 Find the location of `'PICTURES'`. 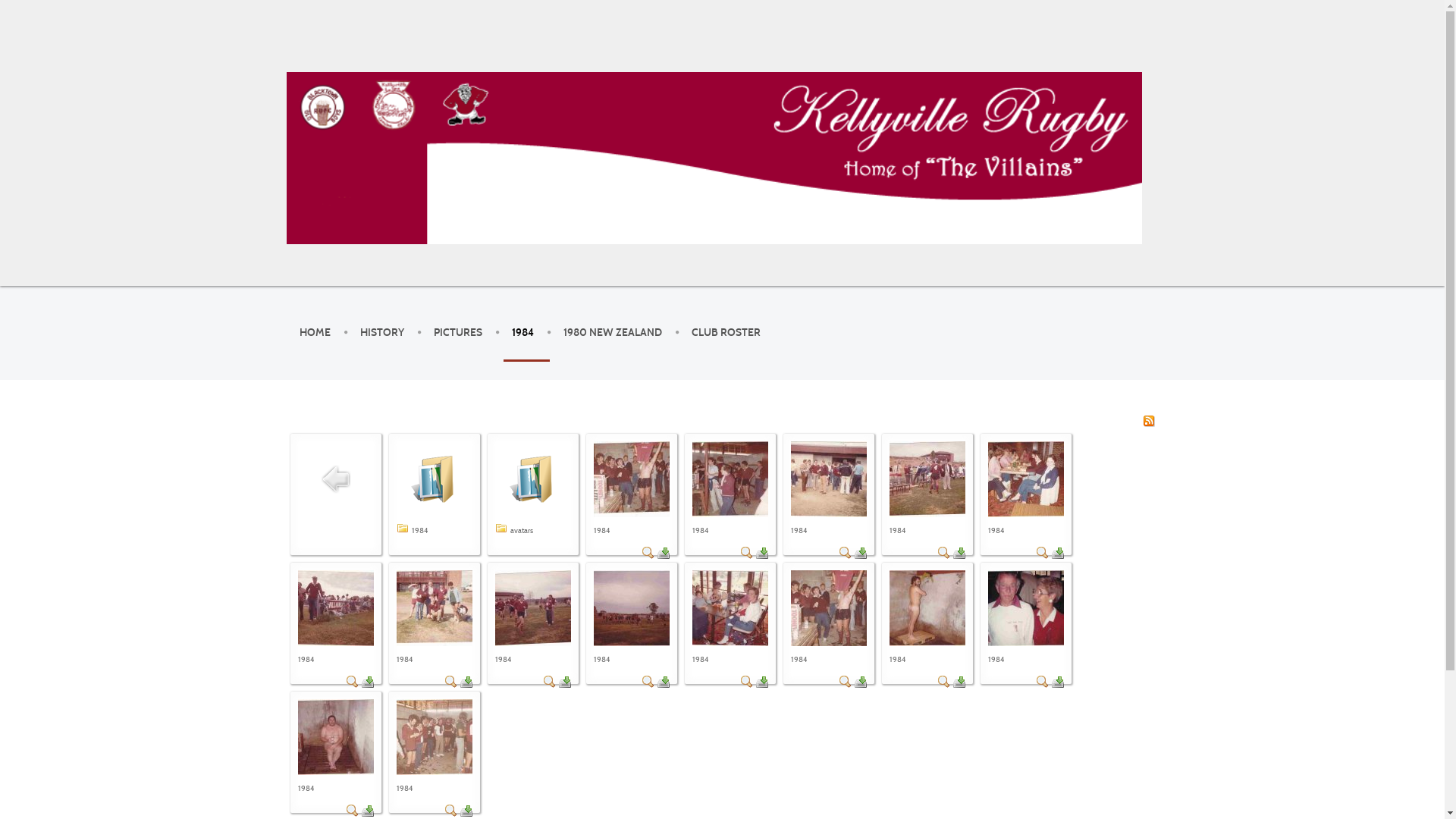

'PICTURES' is located at coordinates (457, 332).